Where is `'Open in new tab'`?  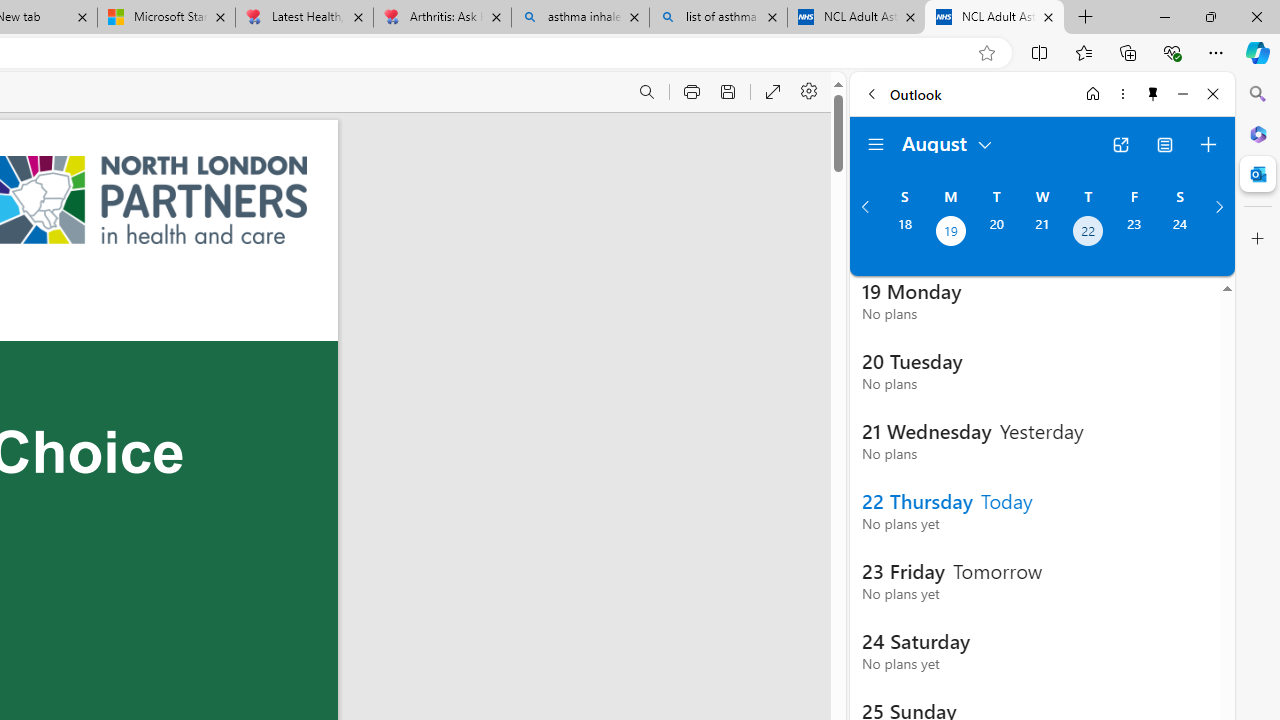 'Open in new tab' is located at coordinates (1120, 144).